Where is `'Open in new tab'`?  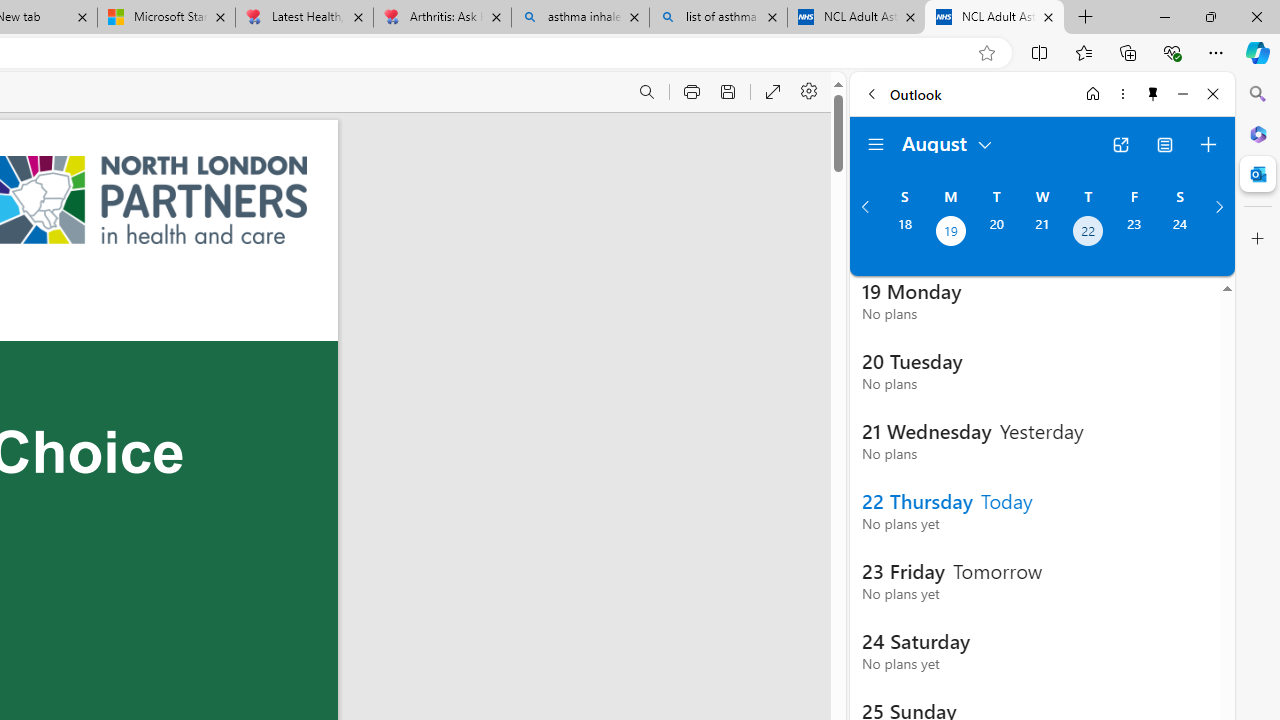 'Open in new tab' is located at coordinates (1120, 144).